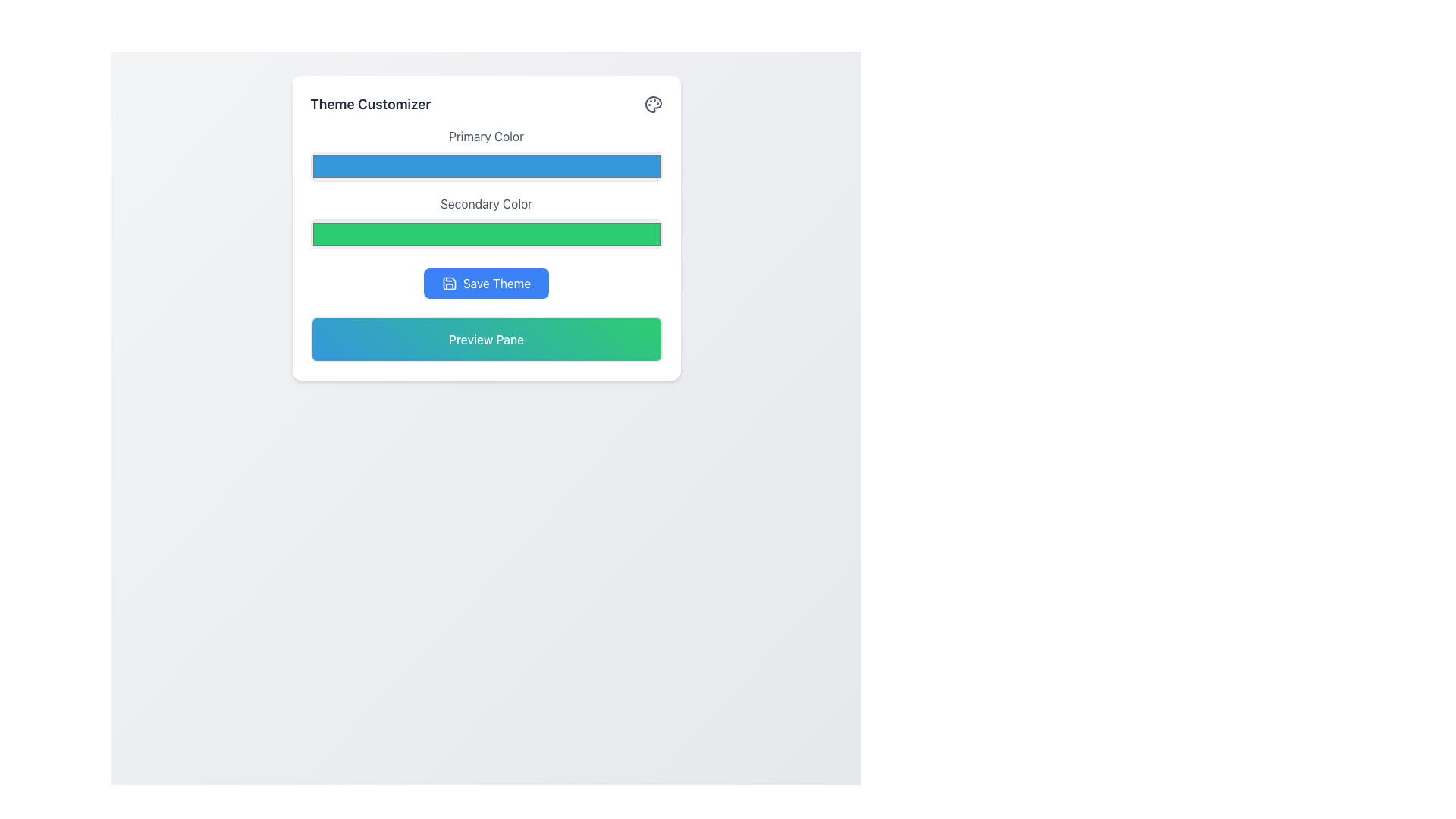 The width and height of the screenshot is (1456, 819). What do you see at coordinates (448, 284) in the screenshot?
I see `the save icon located on the left side of the 'Save Theme' button` at bounding box center [448, 284].